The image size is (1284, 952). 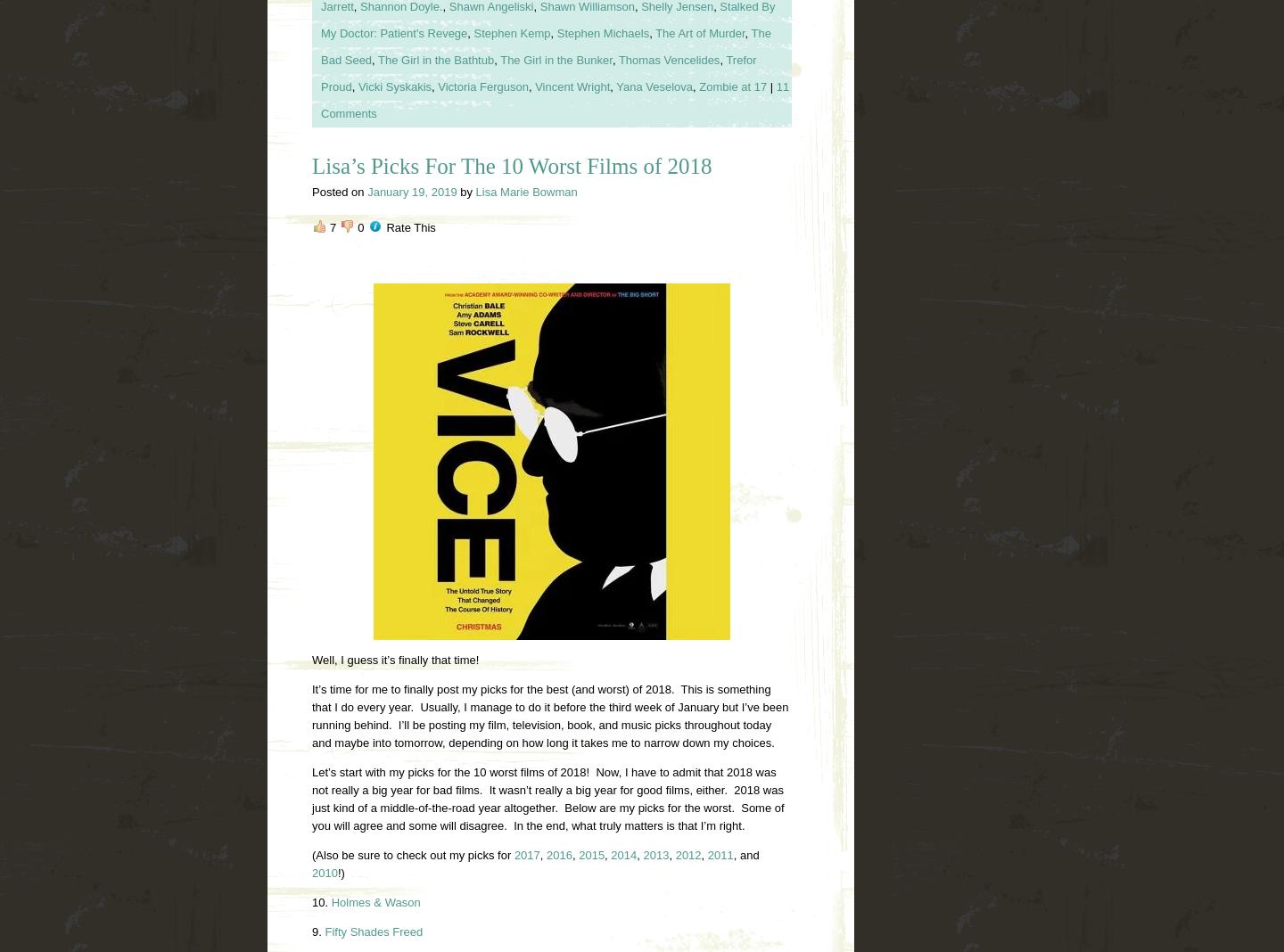 I want to click on 'Let’s start with my picks for the 10 worst films of 2018!  Now, I have to admit that 2018 was not really a big year for bad films.  It wasn’t really a big year for good films, either.  2018 was just kind of a middle-of-the-road year altogether.  Below are my picks for the worst.  Some of you will agree and some will disagree.  In the end, what truly matters is that I’m right.', so click(x=312, y=797).